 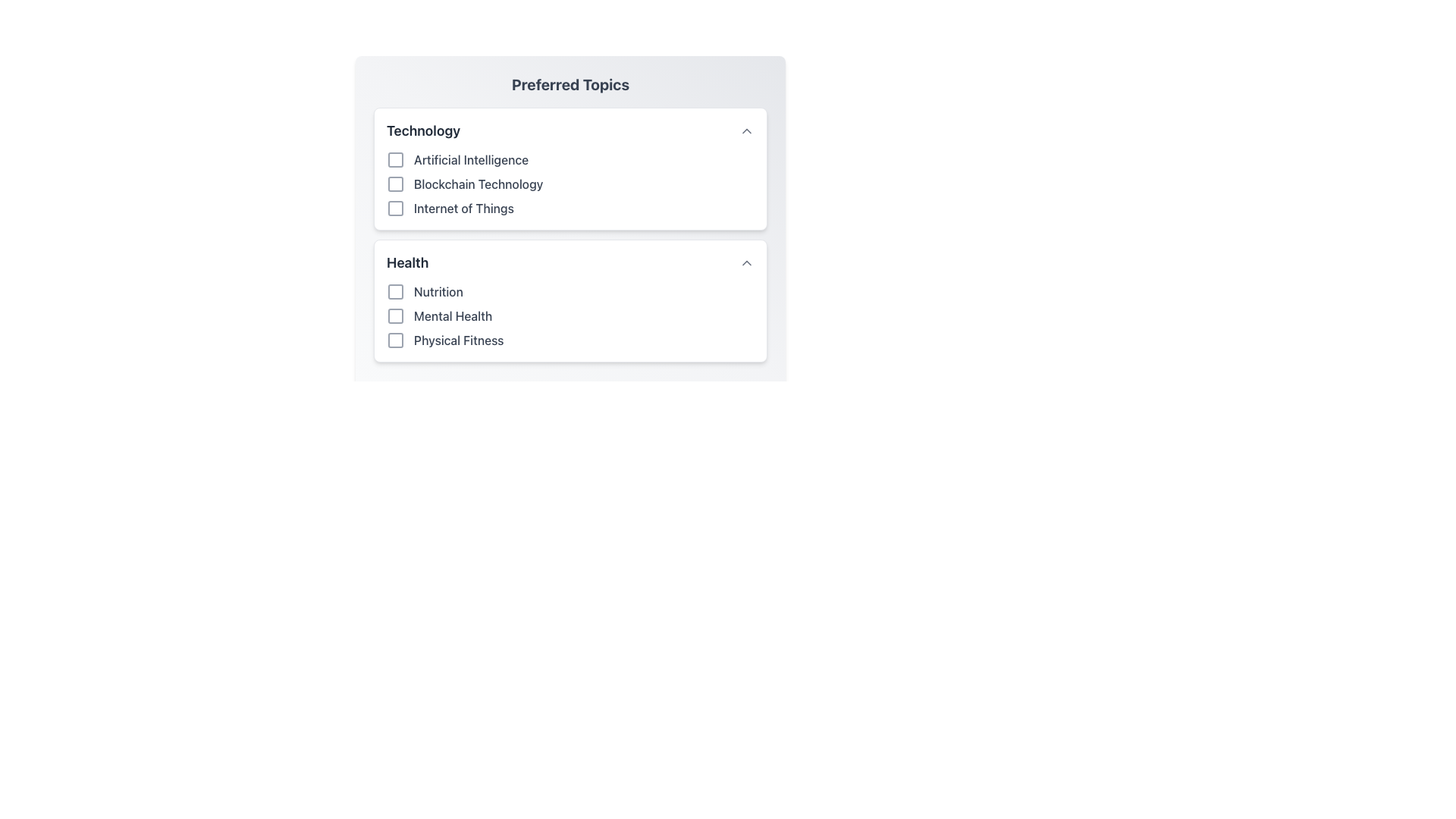 What do you see at coordinates (396, 208) in the screenshot?
I see `the checkbox located to the left of the 'Internet of Things' label in the Technology category` at bounding box center [396, 208].